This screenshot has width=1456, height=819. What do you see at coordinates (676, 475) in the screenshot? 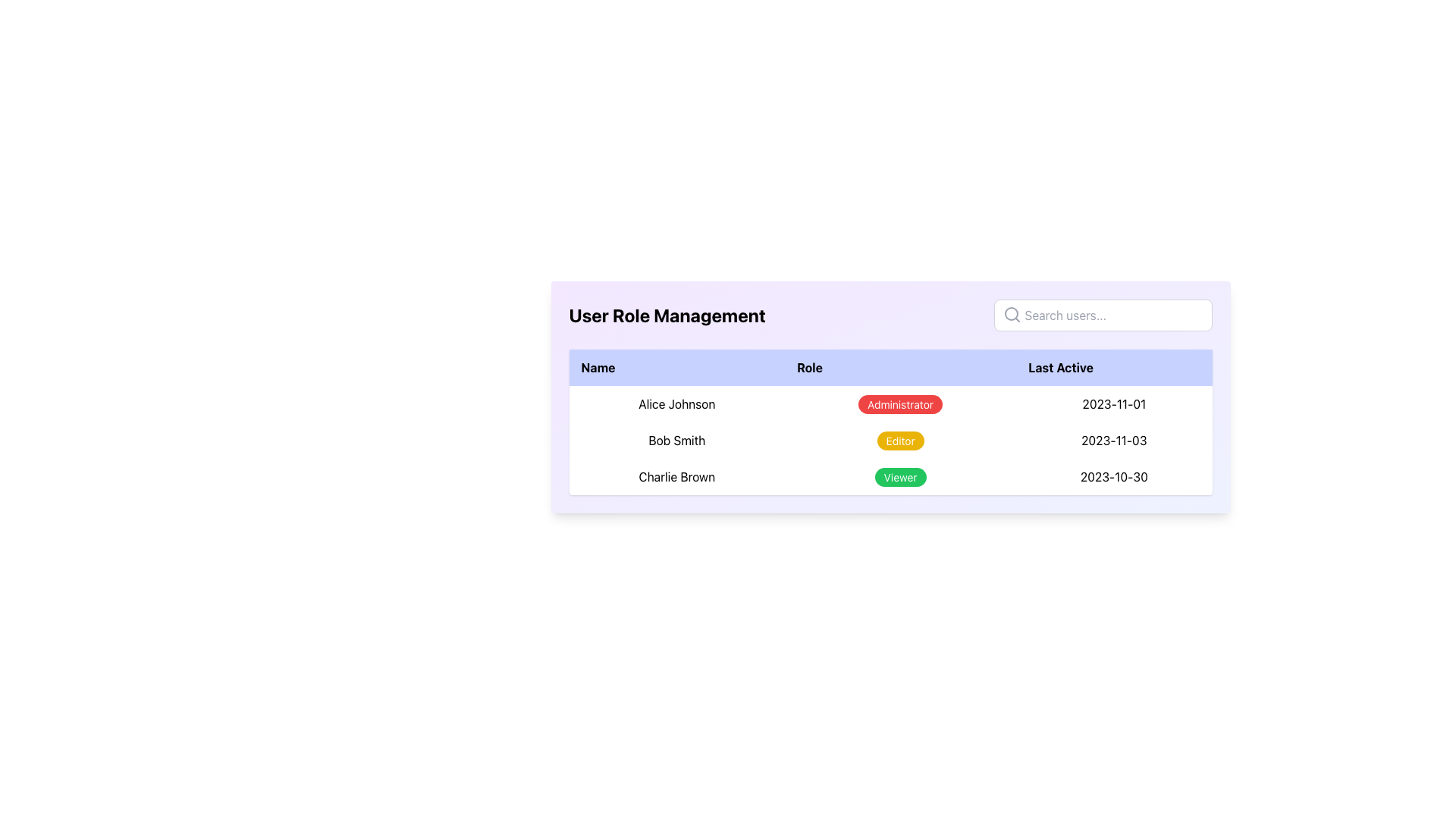
I see `the text label displaying 'Charlie Brown' in the user table, which is the third item under the 'Name' column` at bounding box center [676, 475].